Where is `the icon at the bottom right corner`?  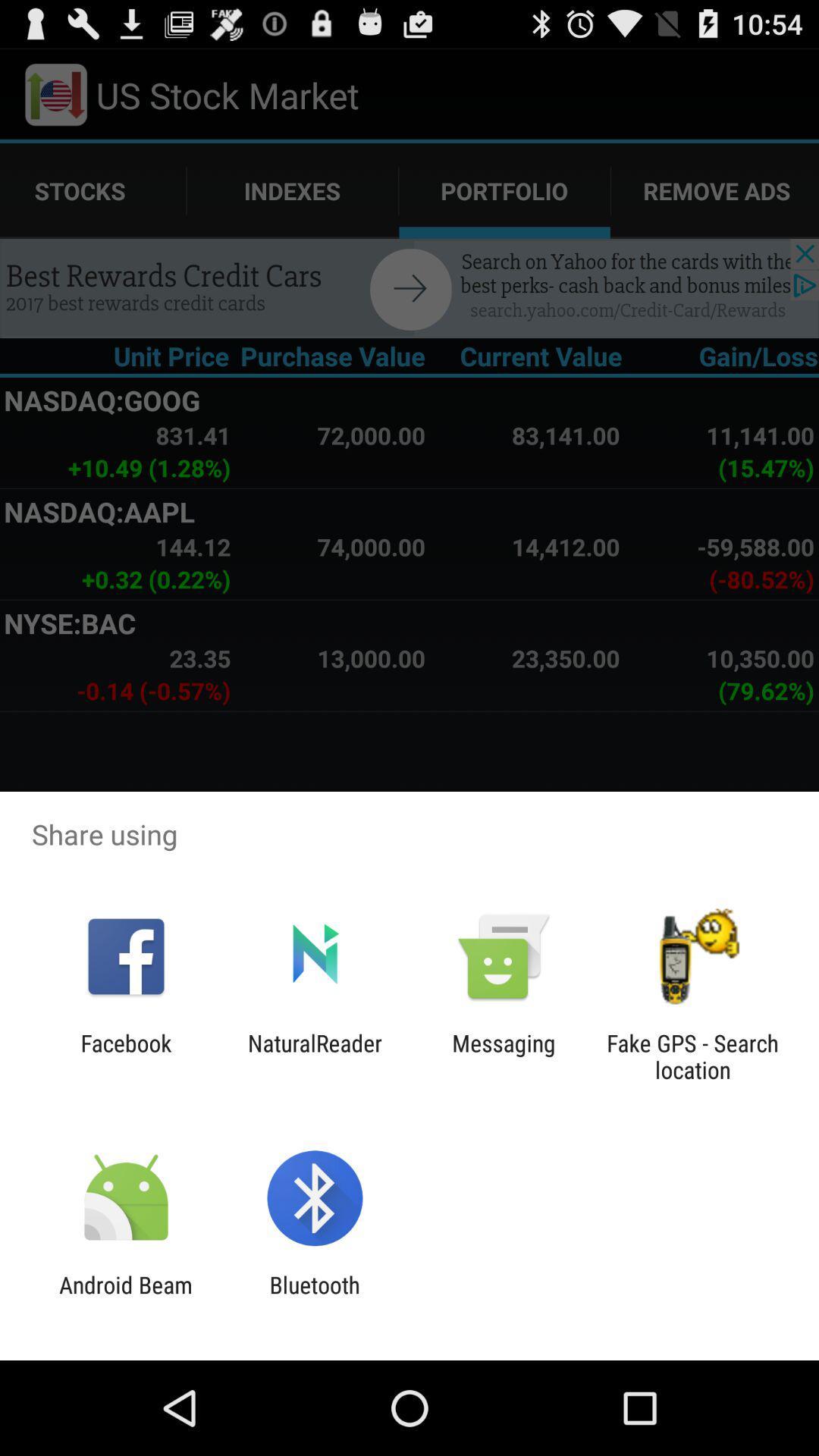 the icon at the bottom right corner is located at coordinates (692, 1056).